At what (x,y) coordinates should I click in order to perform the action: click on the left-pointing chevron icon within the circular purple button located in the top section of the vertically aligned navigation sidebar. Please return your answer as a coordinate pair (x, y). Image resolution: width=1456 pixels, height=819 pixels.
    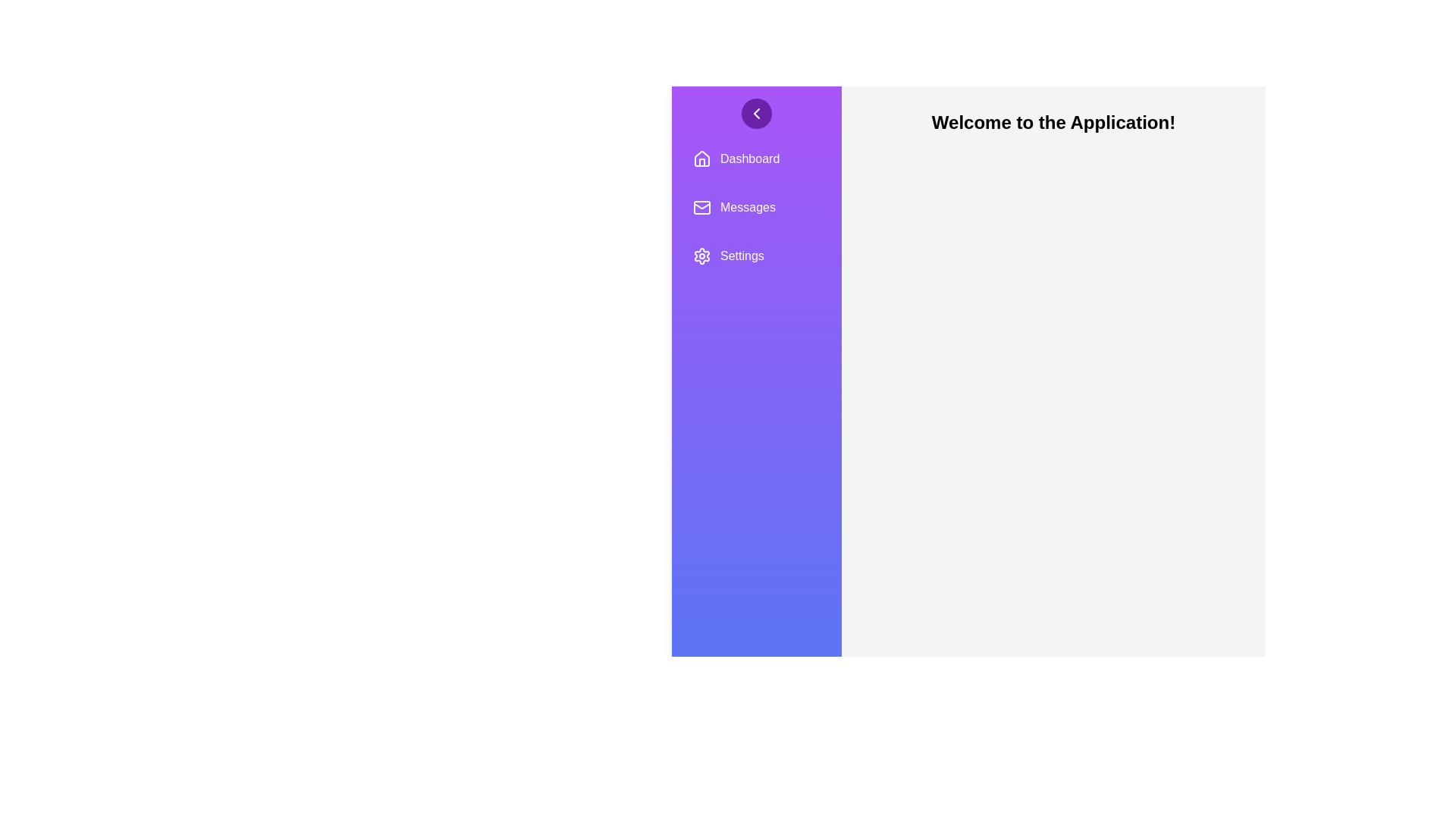
    Looking at the image, I should click on (757, 113).